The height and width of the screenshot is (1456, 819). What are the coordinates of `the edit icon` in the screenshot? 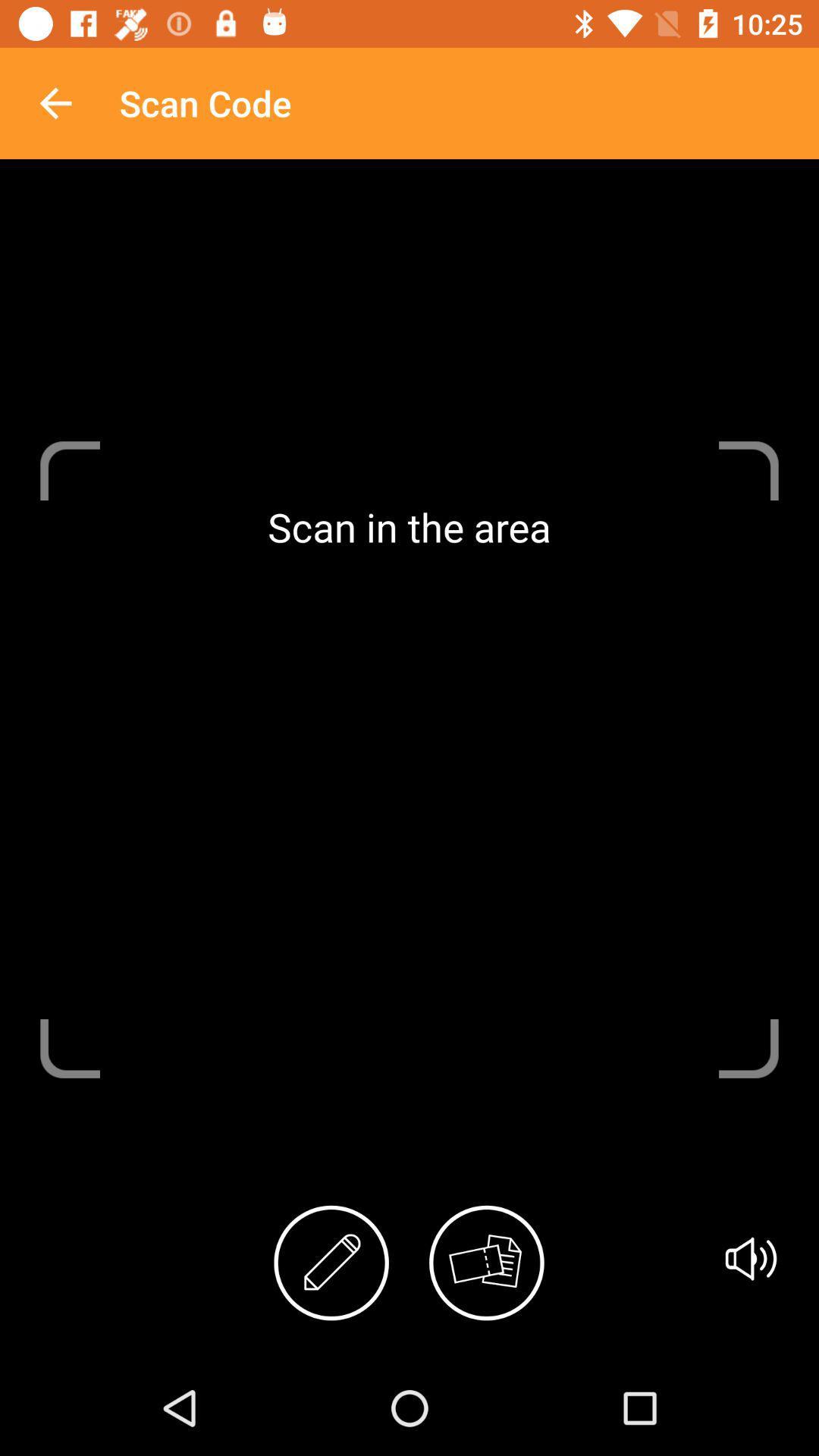 It's located at (331, 1263).